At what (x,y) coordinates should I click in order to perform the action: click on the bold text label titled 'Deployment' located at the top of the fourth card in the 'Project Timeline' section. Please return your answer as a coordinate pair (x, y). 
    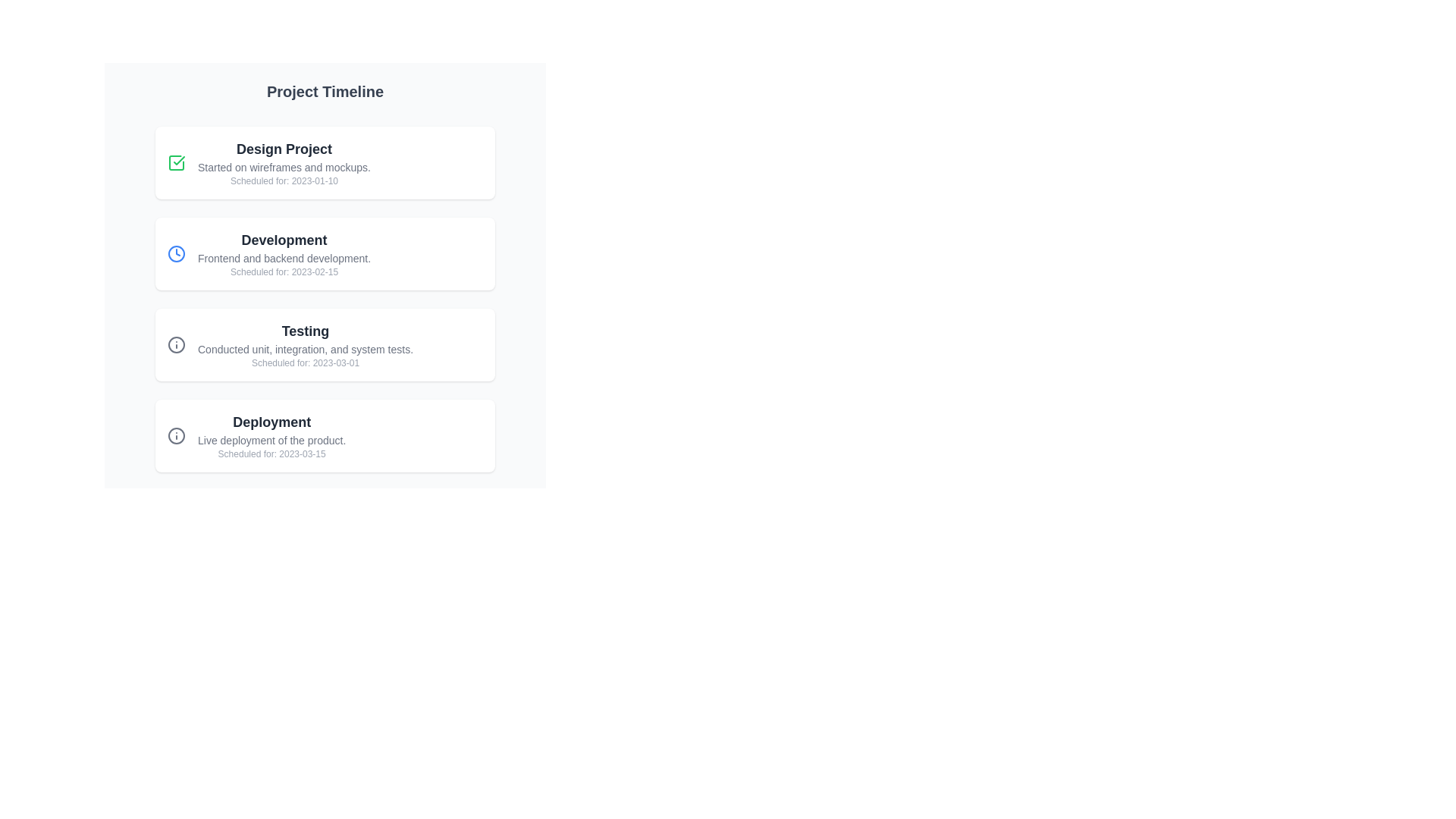
    Looking at the image, I should click on (271, 422).